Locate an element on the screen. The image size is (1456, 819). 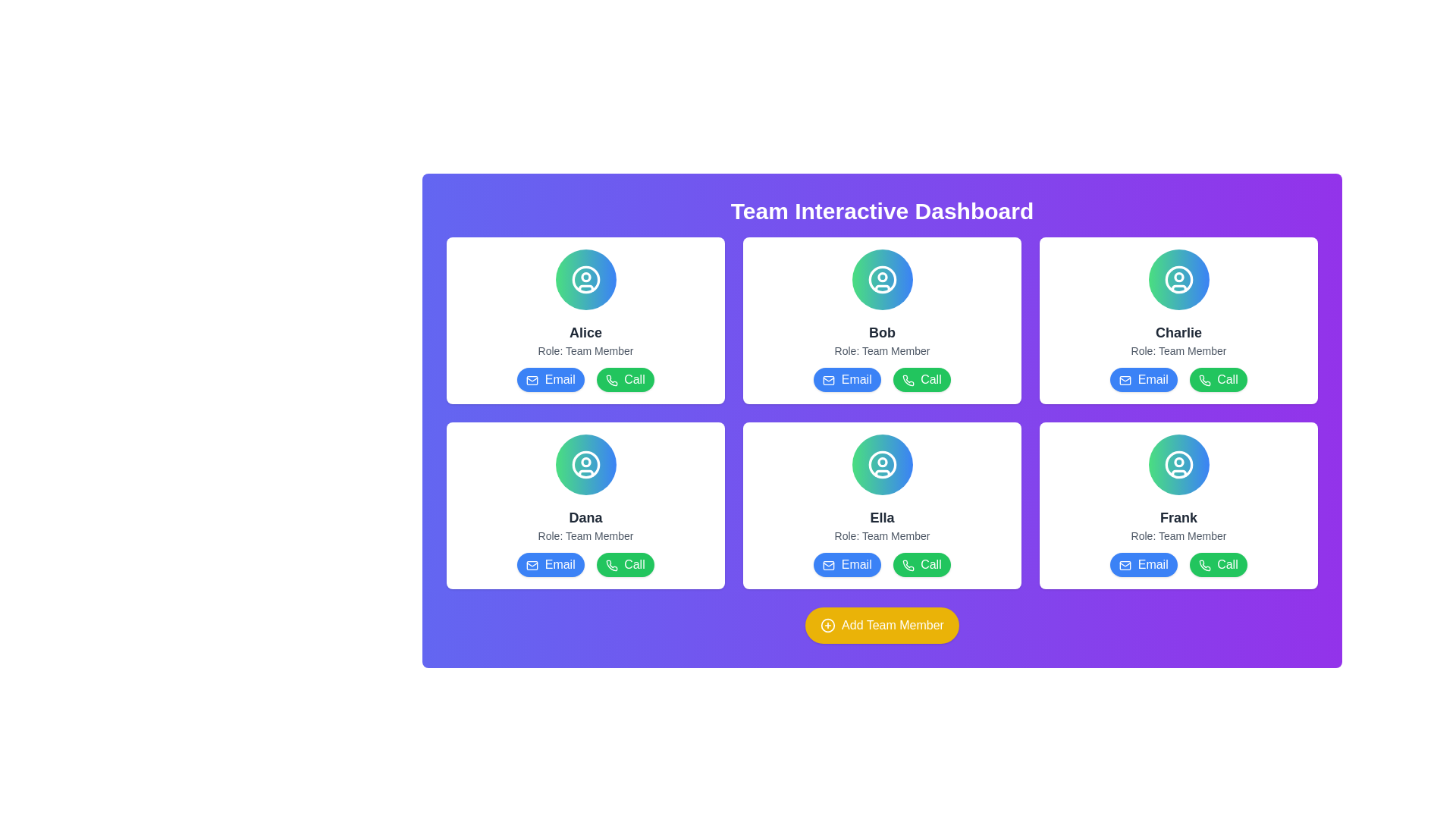
the green phone receiver icon in the 'Bob' section of user cards is located at coordinates (908, 379).